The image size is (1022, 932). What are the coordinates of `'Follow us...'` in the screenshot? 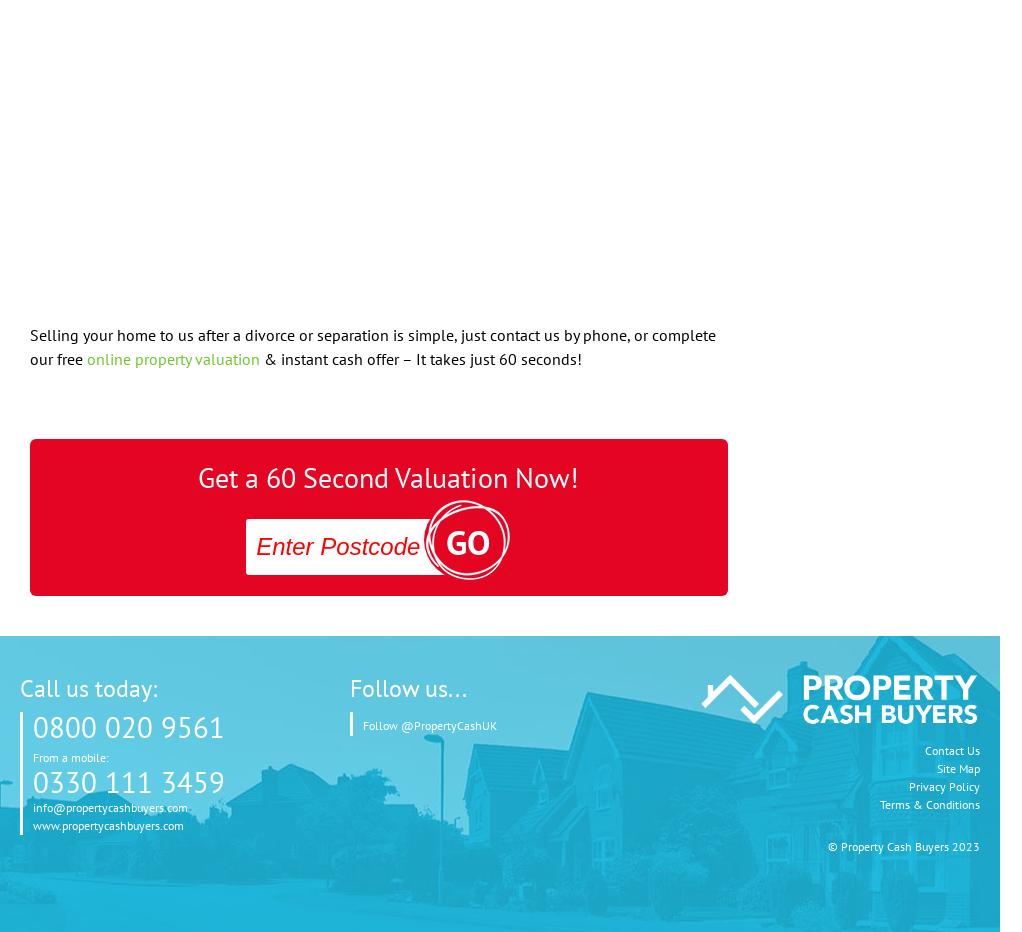 It's located at (350, 687).